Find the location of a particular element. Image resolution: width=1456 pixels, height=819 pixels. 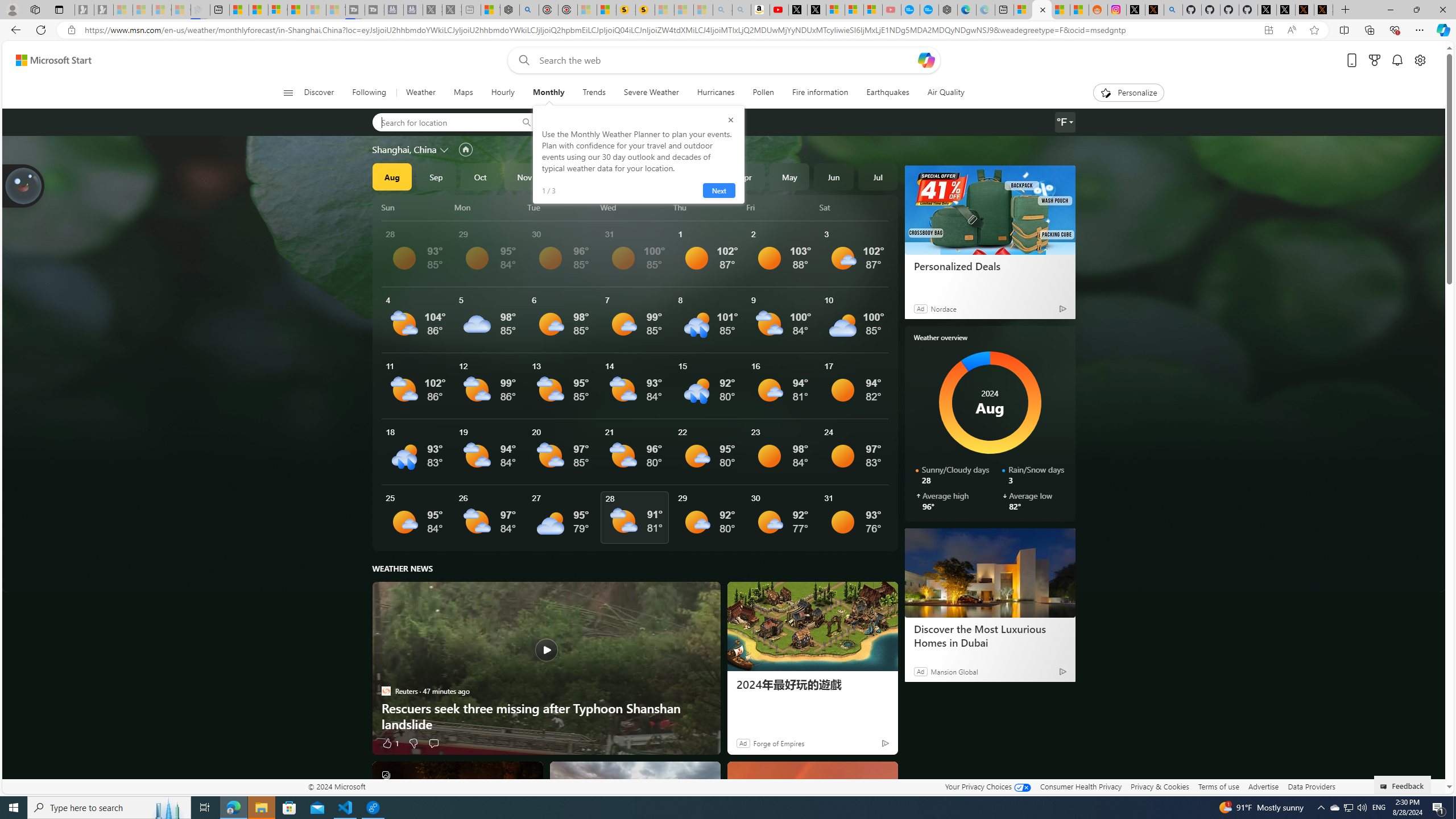

'Advertise' is located at coordinates (1263, 786).